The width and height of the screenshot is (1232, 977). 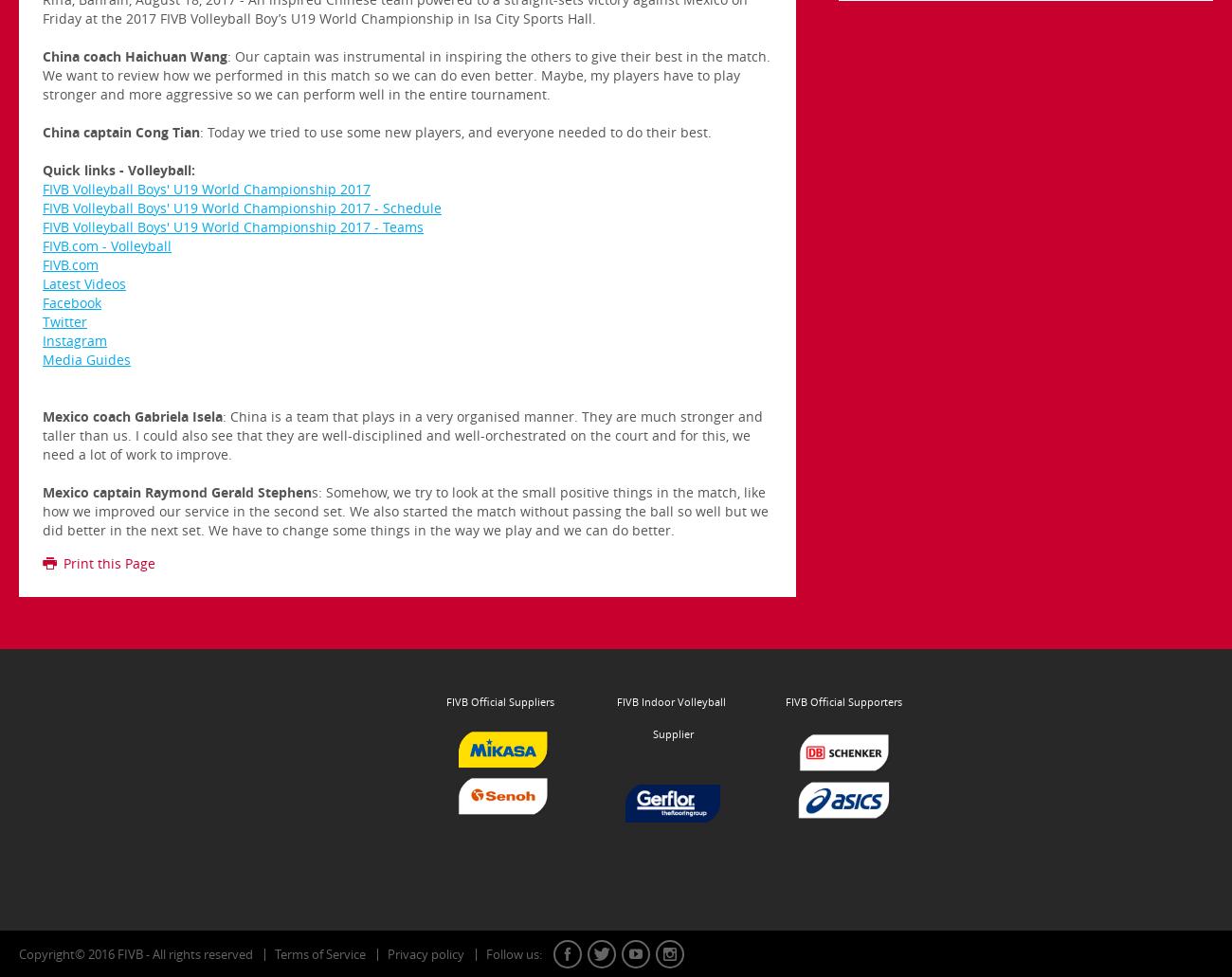 I want to click on 'Follow us:', so click(x=513, y=952).